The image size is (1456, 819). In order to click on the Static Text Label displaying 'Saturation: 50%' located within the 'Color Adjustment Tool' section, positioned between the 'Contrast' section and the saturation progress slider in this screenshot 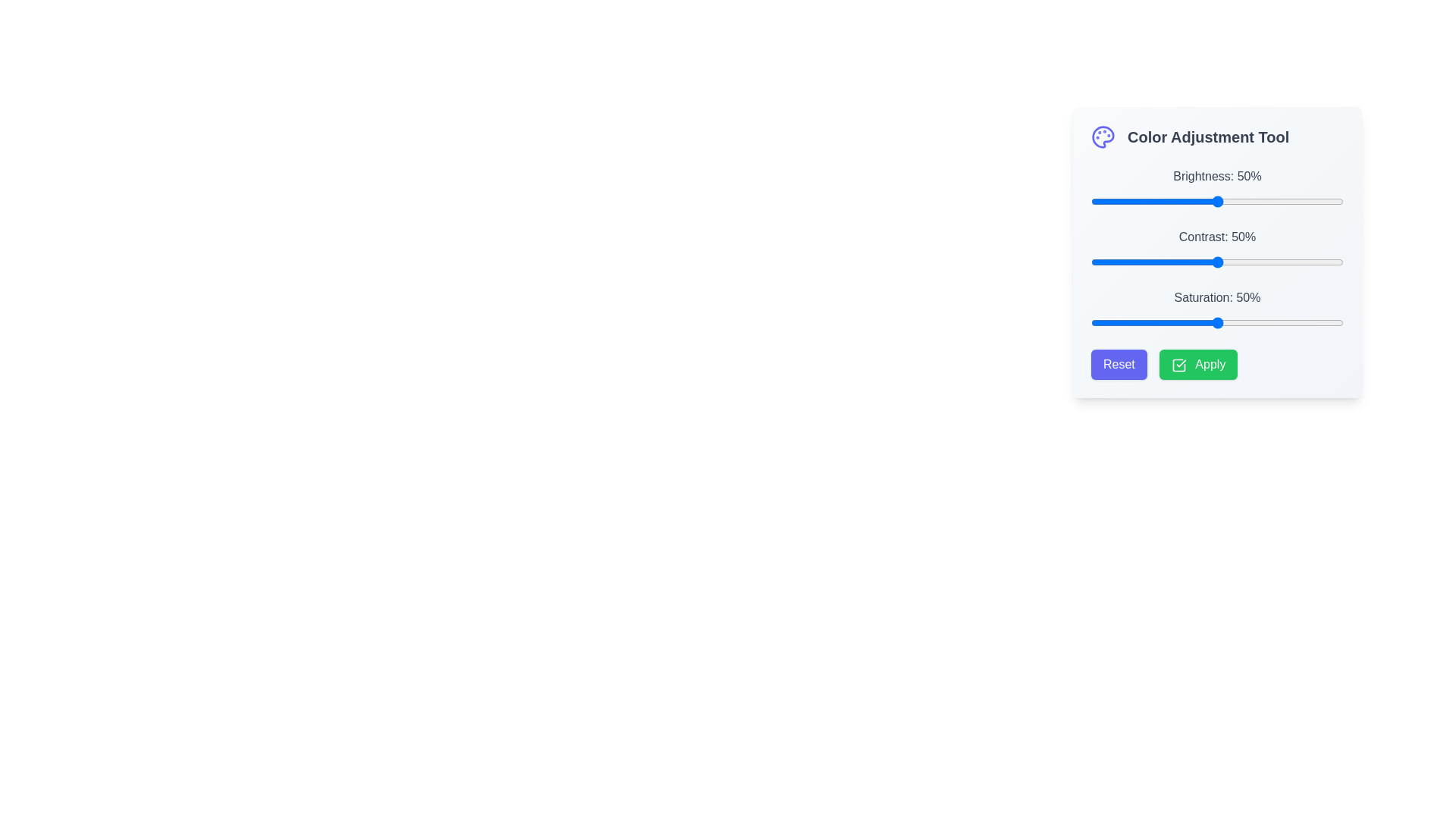, I will do `click(1217, 298)`.